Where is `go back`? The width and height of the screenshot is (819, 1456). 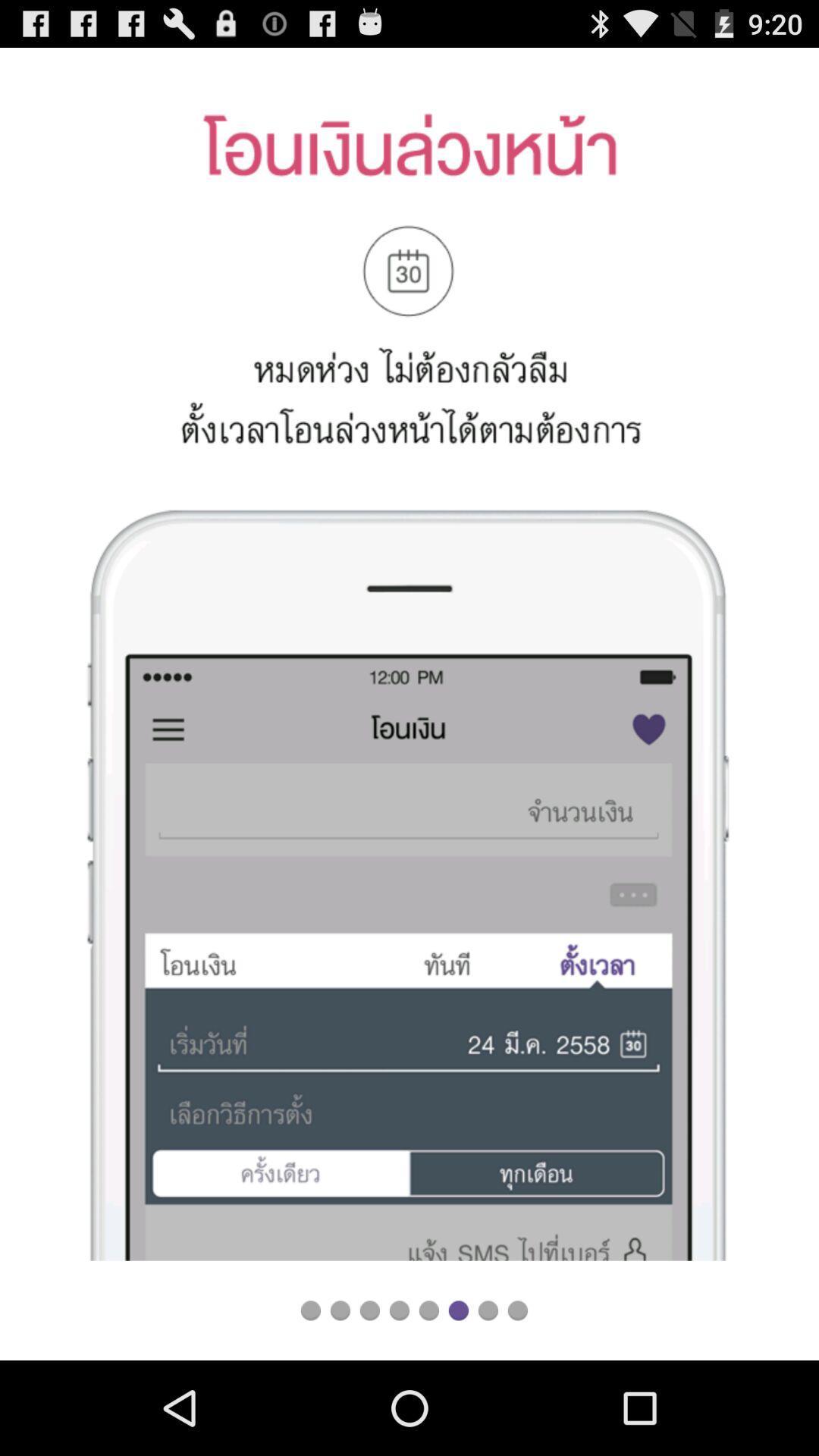 go back is located at coordinates (369, 1310).